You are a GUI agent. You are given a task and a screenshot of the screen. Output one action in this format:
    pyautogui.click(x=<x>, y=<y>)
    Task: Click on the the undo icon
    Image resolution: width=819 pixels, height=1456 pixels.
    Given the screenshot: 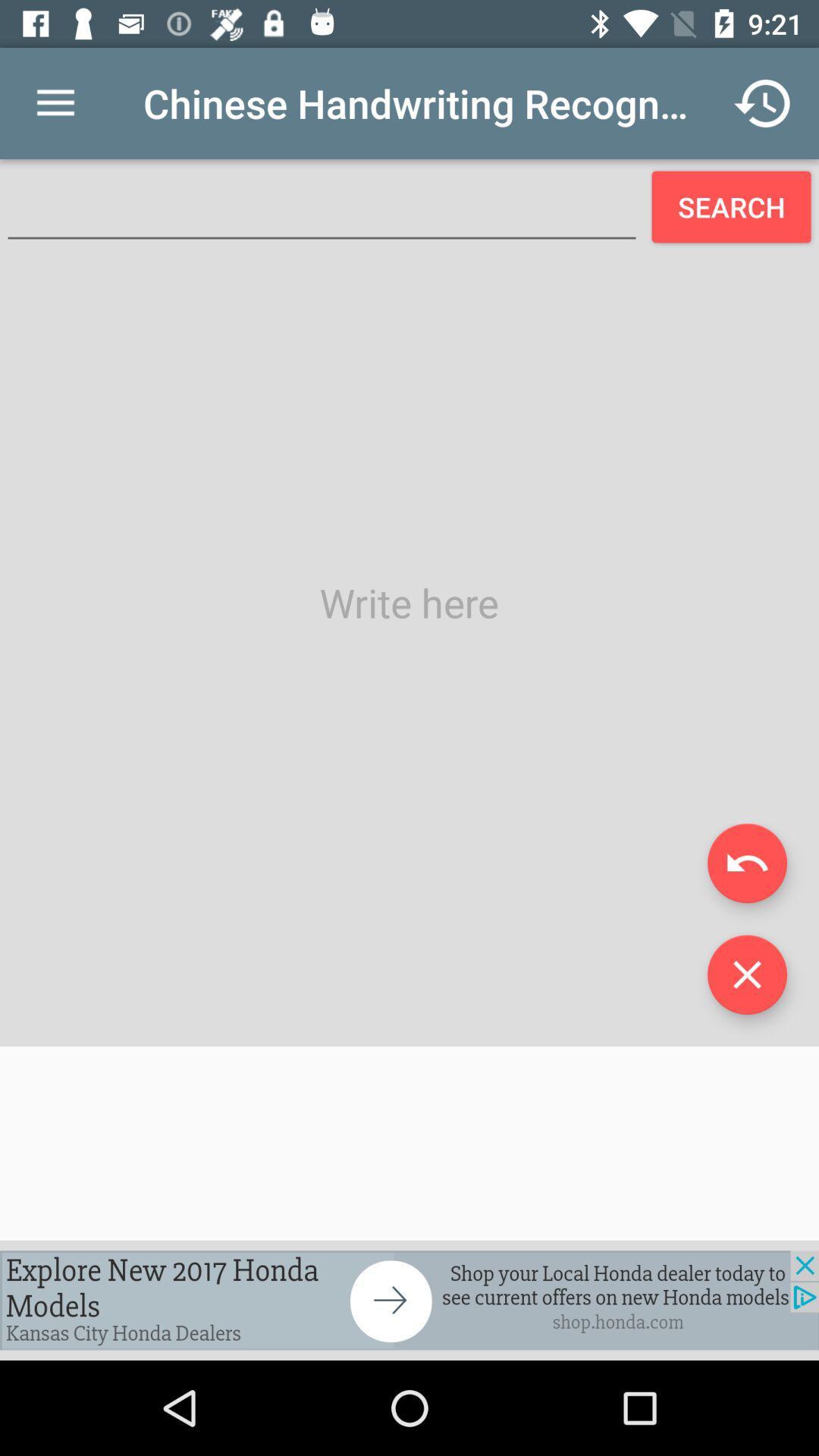 What is the action you would take?
    pyautogui.click(x=746, y=863)
    